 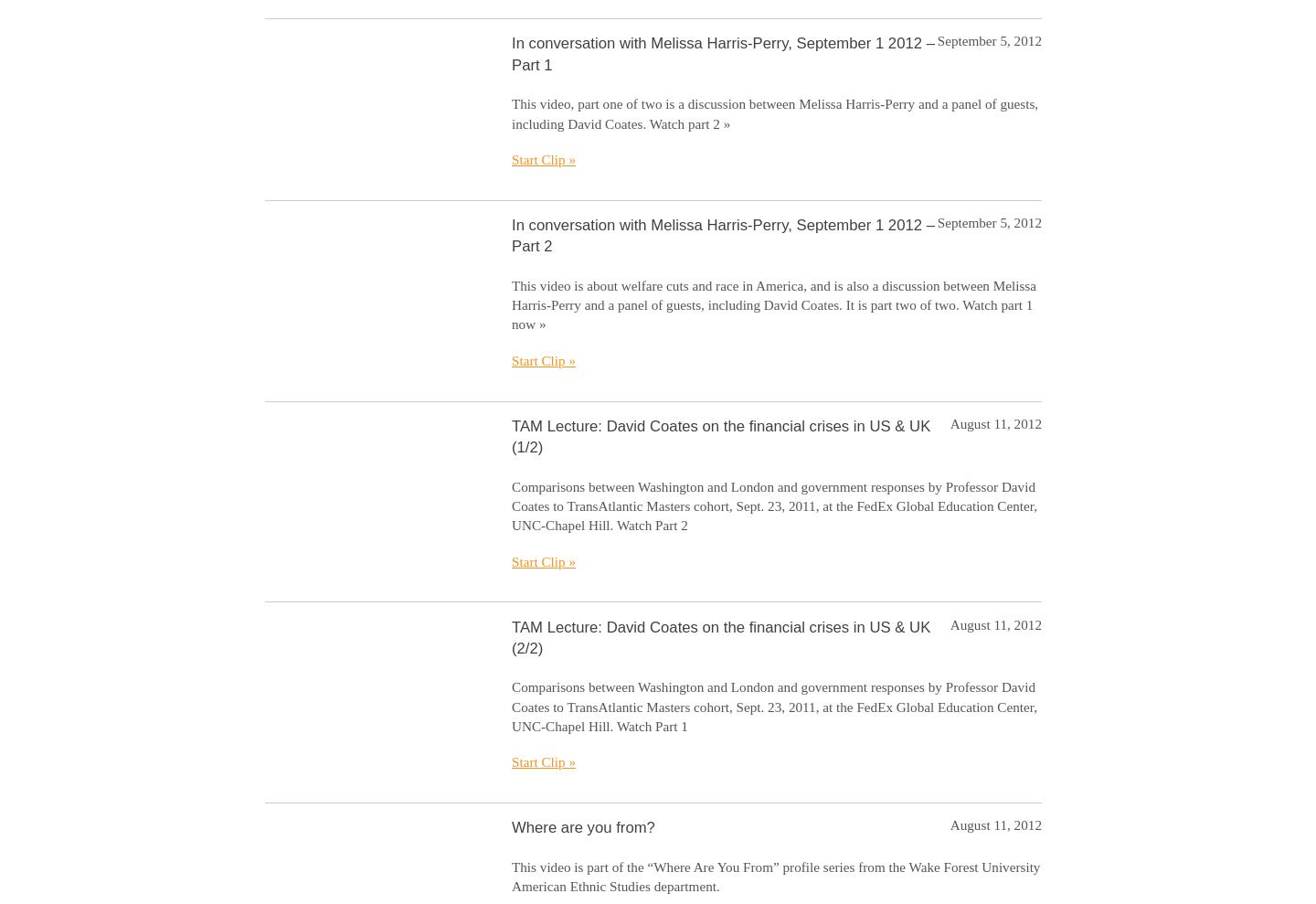 What do you see at coordinates (773, 505) in the screenshot?
I see `'Comparisons between Washington and London and government responses by Professor David Coates to TransAtlantic Masters cohort, Sept. 23, 2011, at the FedEx Global Education Center, UNC-Chapel Hill. Watch Part 2'` at bounding box center [773, 505].